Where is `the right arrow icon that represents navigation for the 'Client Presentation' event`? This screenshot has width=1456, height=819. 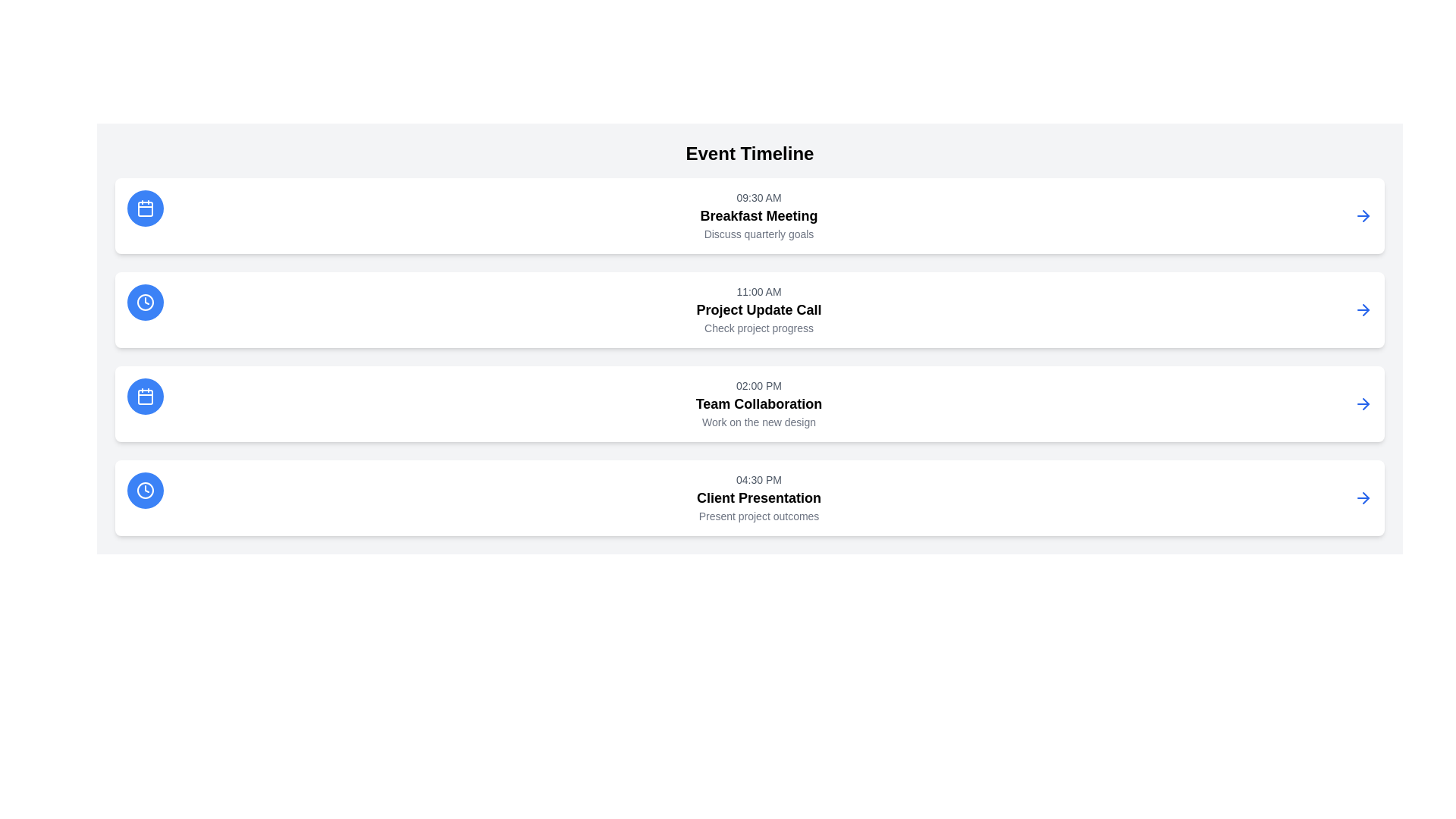
the right arrow icon that represents navigation for the 'Client Presentation' event is located at coordinates (1363, 497).